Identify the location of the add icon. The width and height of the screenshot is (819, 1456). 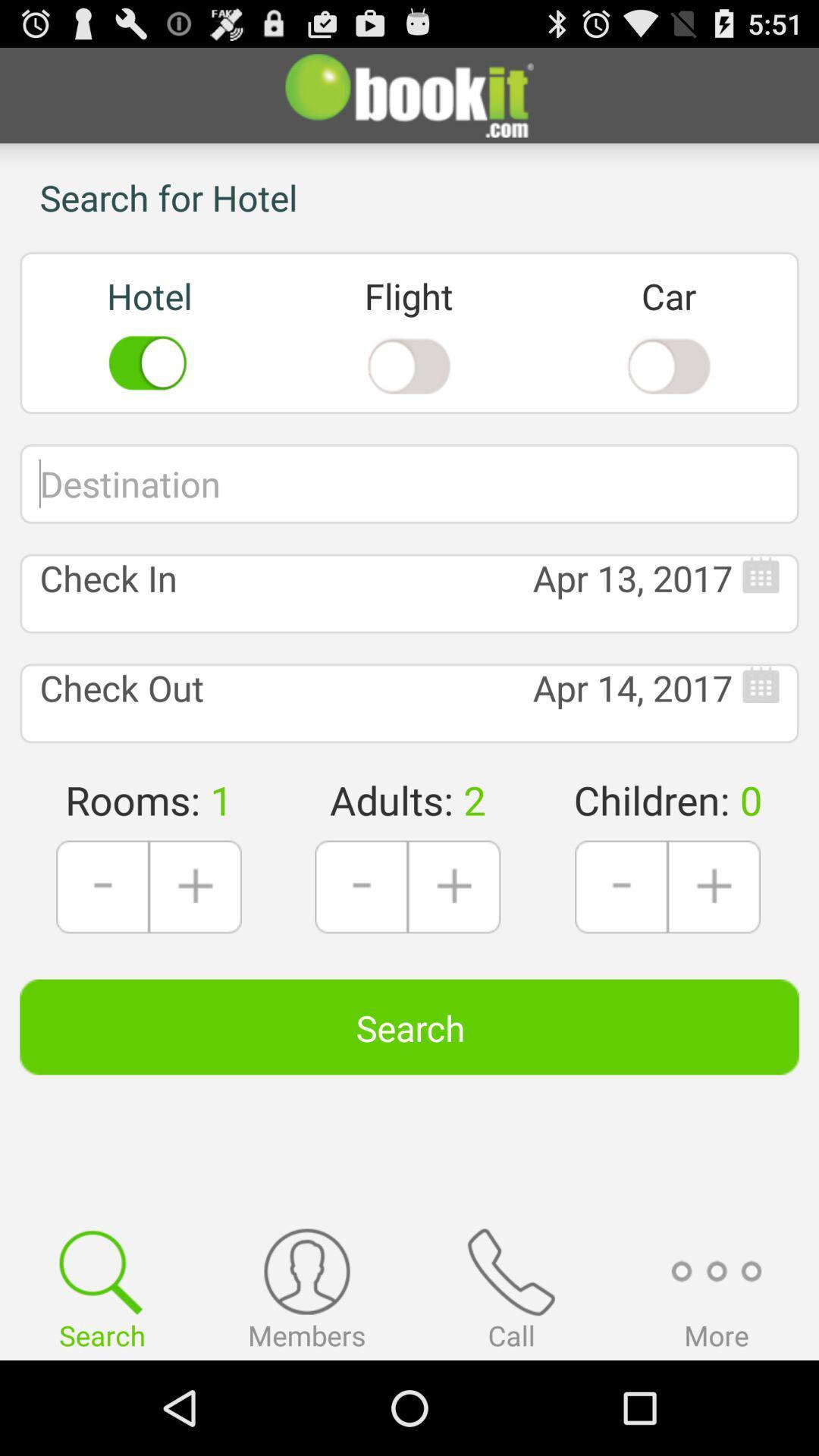
(194, 948).